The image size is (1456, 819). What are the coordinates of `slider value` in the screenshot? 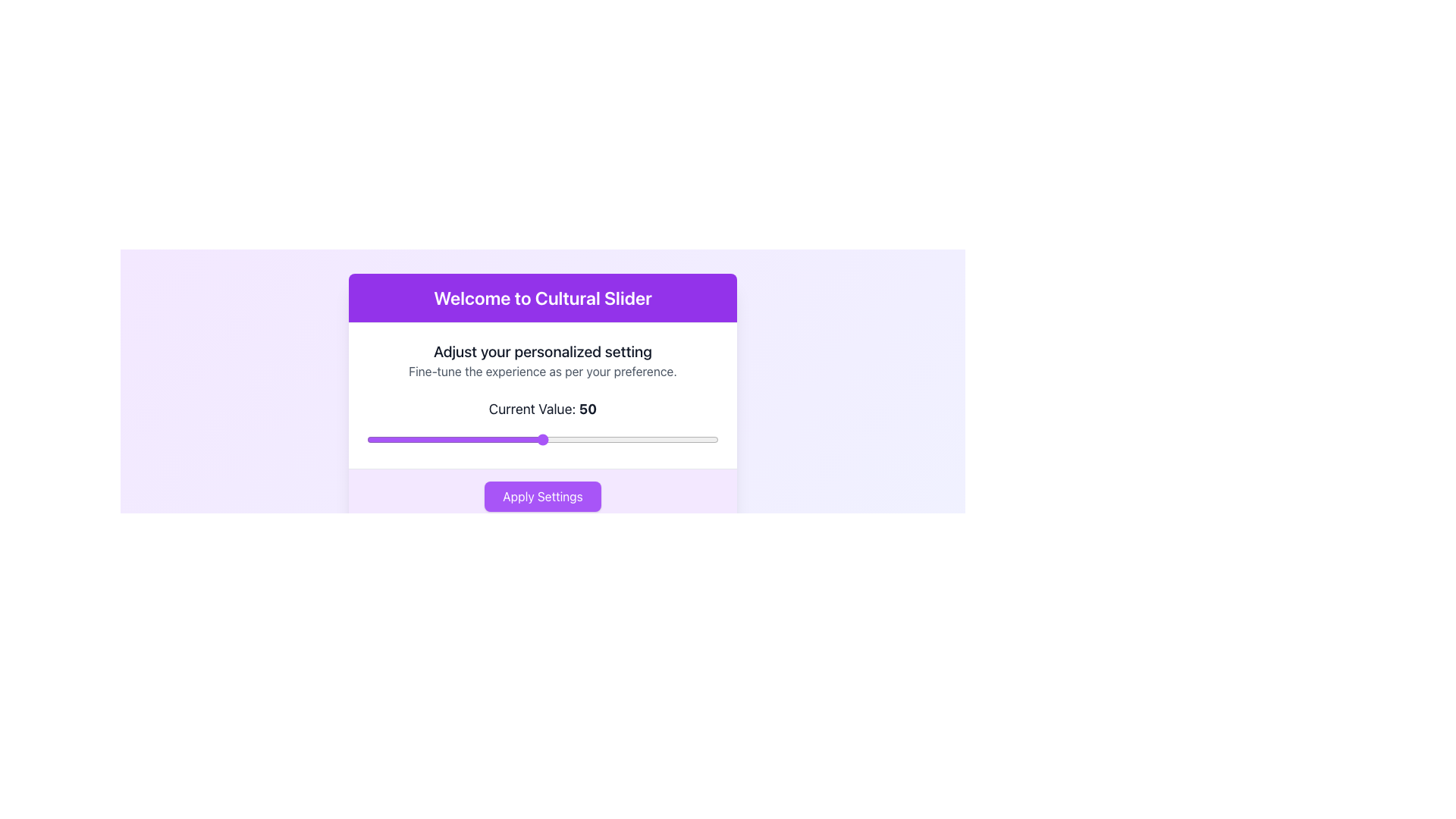 It's located at (367, 439).